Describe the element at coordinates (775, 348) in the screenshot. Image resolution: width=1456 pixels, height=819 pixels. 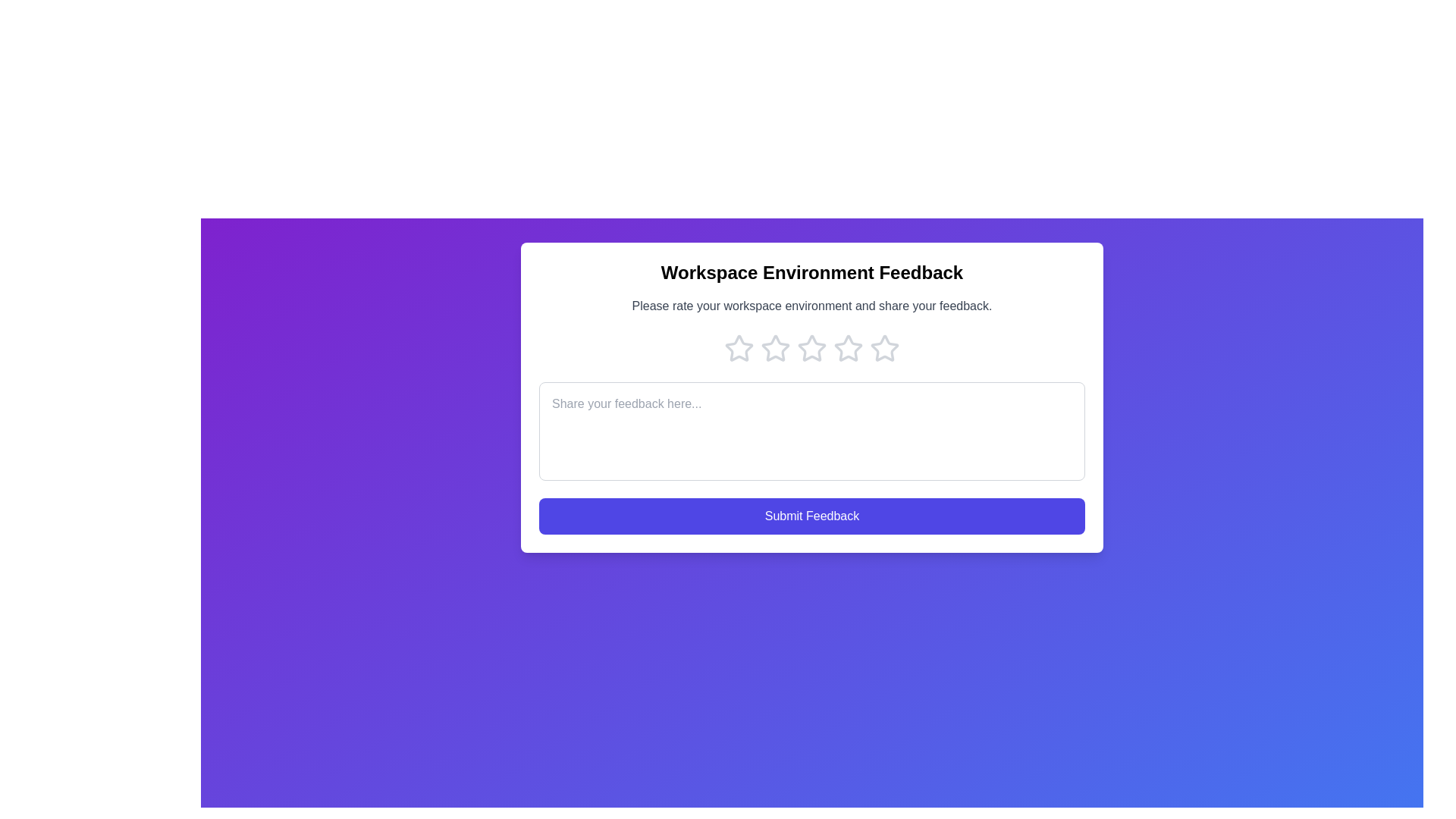
I see `the star corresponding to the rating 2` at that location.